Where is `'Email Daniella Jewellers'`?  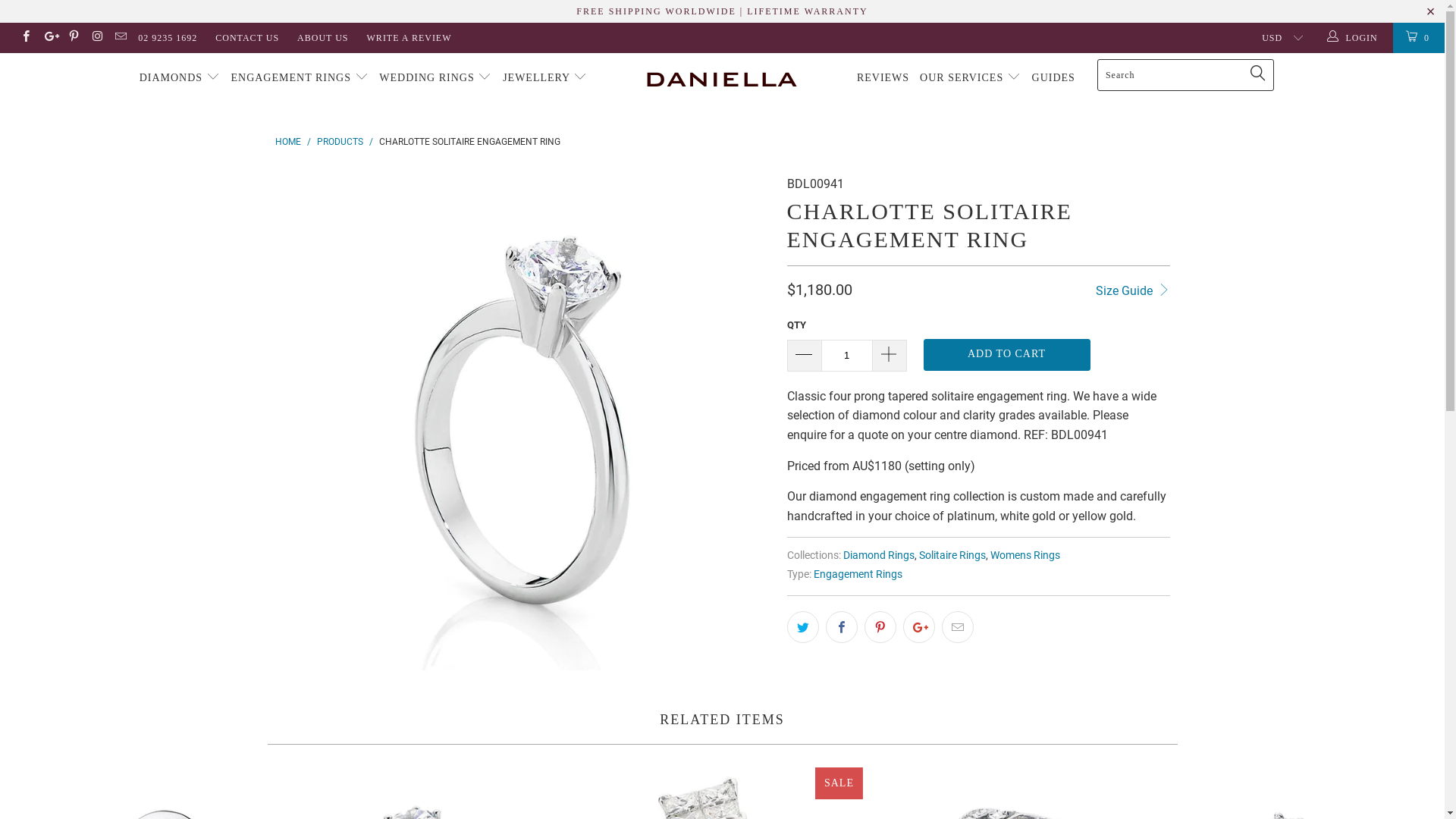 'Email Daniella Jewellers' is located at coordinates (119, 37).